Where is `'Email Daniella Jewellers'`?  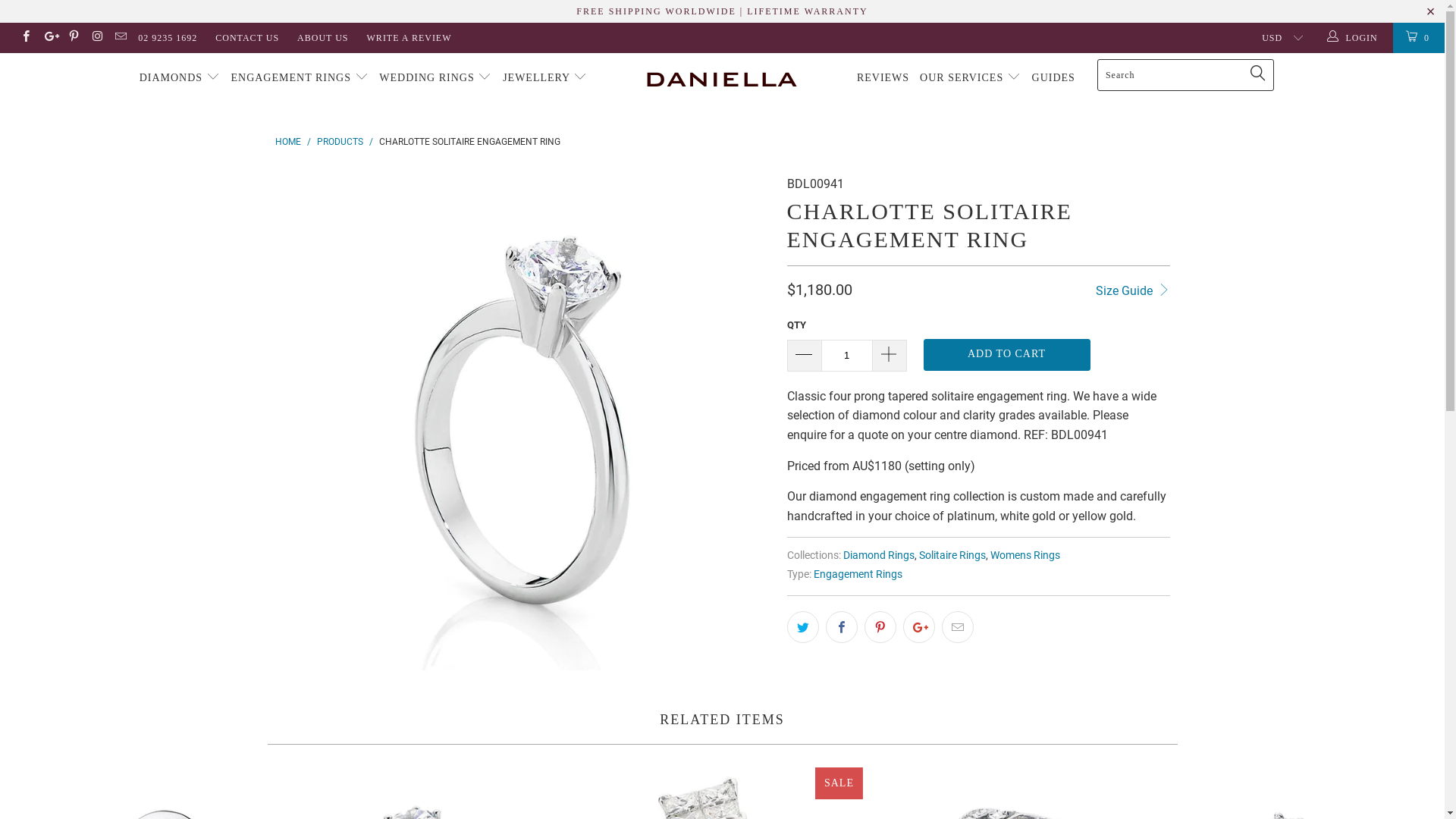 'Email Daniella Jewellers' is located at coordinates (119, 37).